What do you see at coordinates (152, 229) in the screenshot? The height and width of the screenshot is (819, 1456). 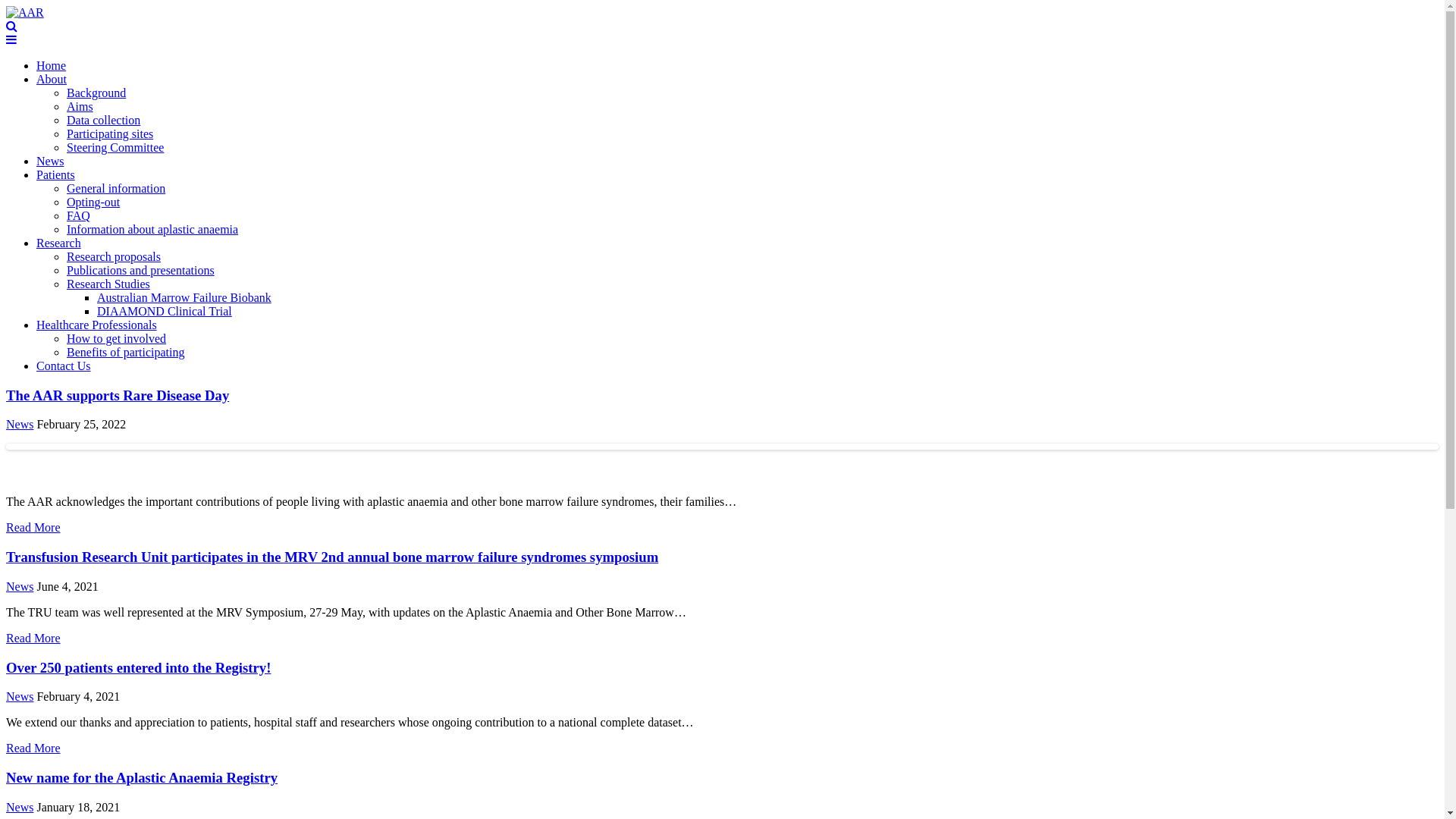 I see `'Information about aplastic anaemia'` at bounding box center [152, 229].